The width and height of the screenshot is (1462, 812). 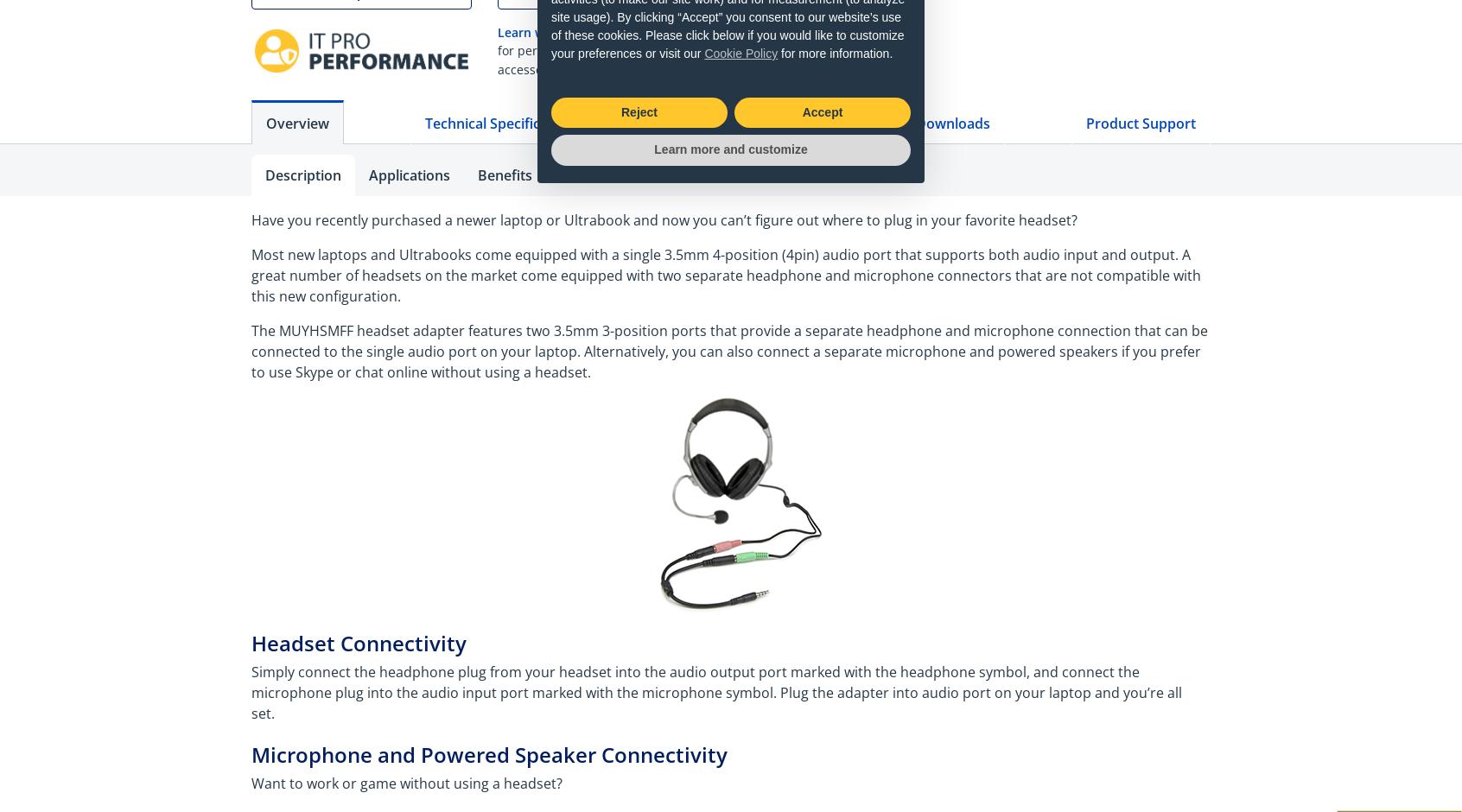 I want to click on 'Headset Connectivity', so click(x=364, y=643).